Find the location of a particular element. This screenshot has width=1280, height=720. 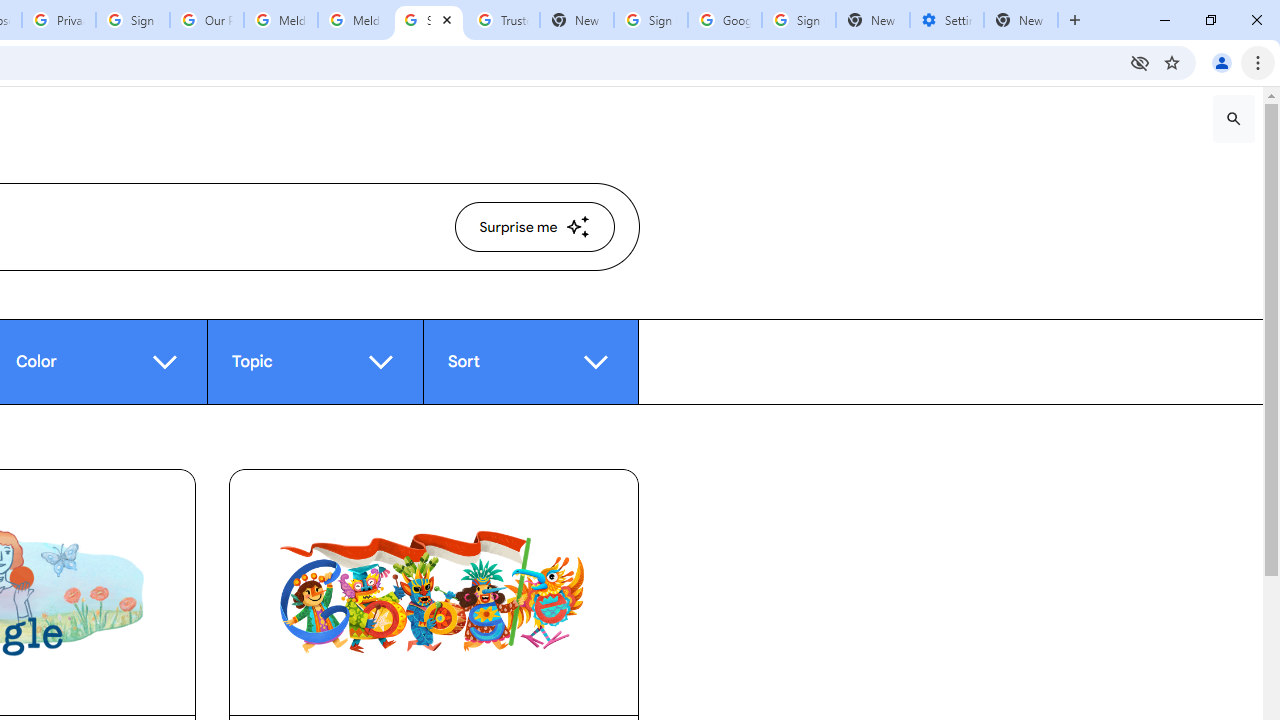

'Indonesia Independence Day 2024' is located at coordinates (432, 591).